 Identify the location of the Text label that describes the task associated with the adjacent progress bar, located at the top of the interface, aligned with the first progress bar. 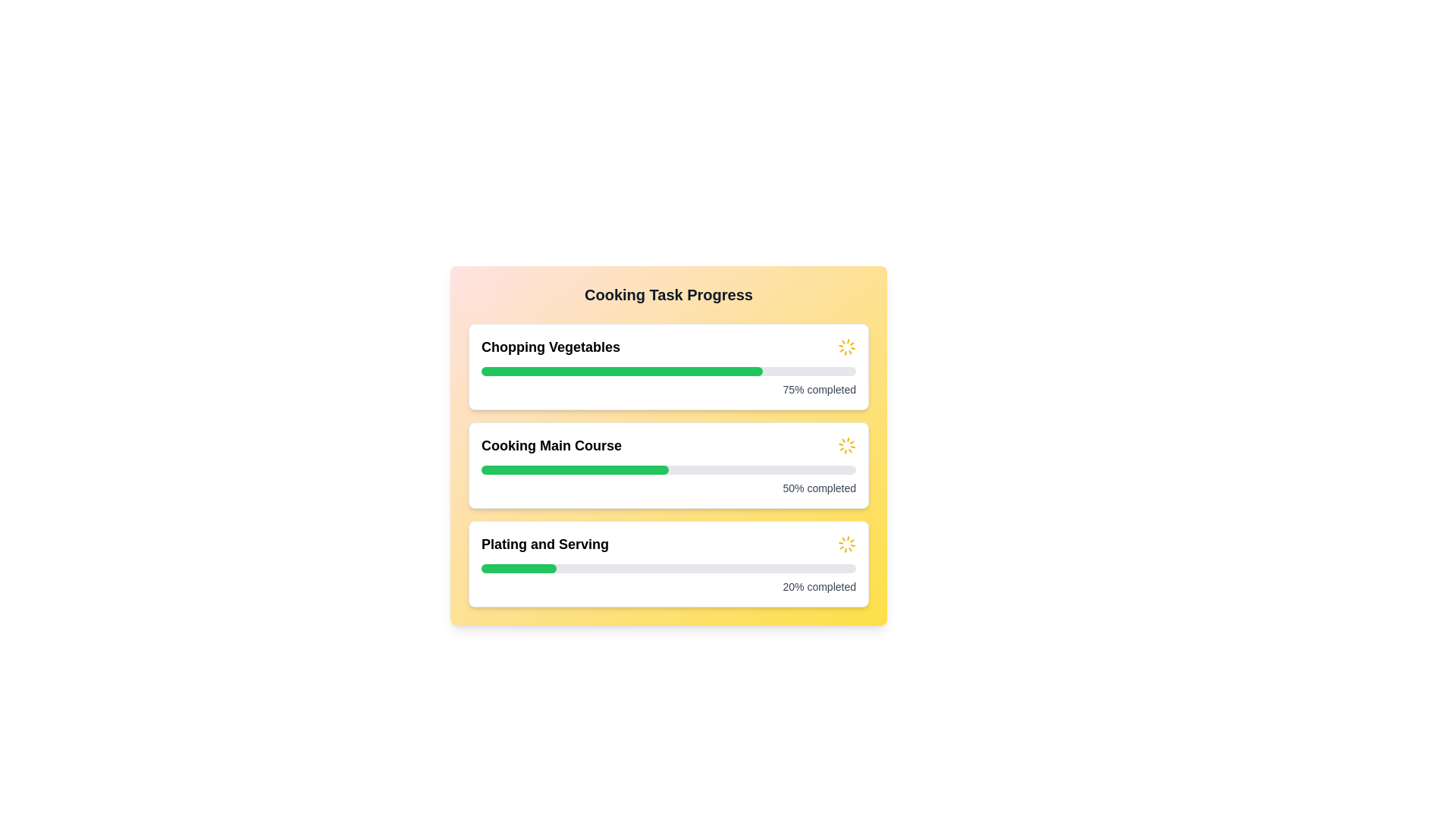
(550, 347).